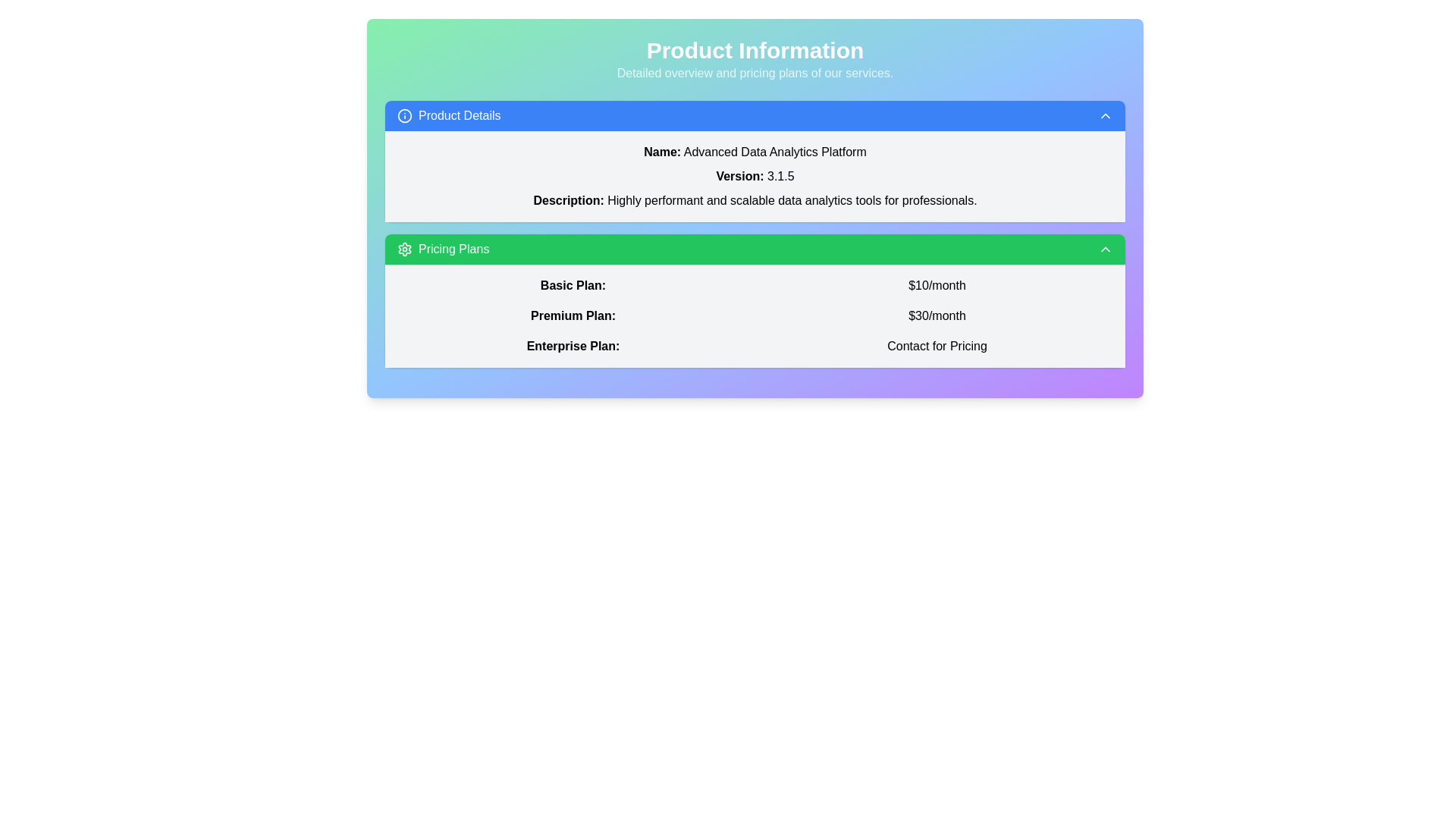 This screenshot has height=819, width=1456. Describe the element at coordinates (404, 115) in the screenshot. I see `the info icon, a small circular SVG element styled with a thin outer circle enclosing the letter 'i', located to the left of 'Product Details' in the blue rectangular box under 'Product Information'` at that location.